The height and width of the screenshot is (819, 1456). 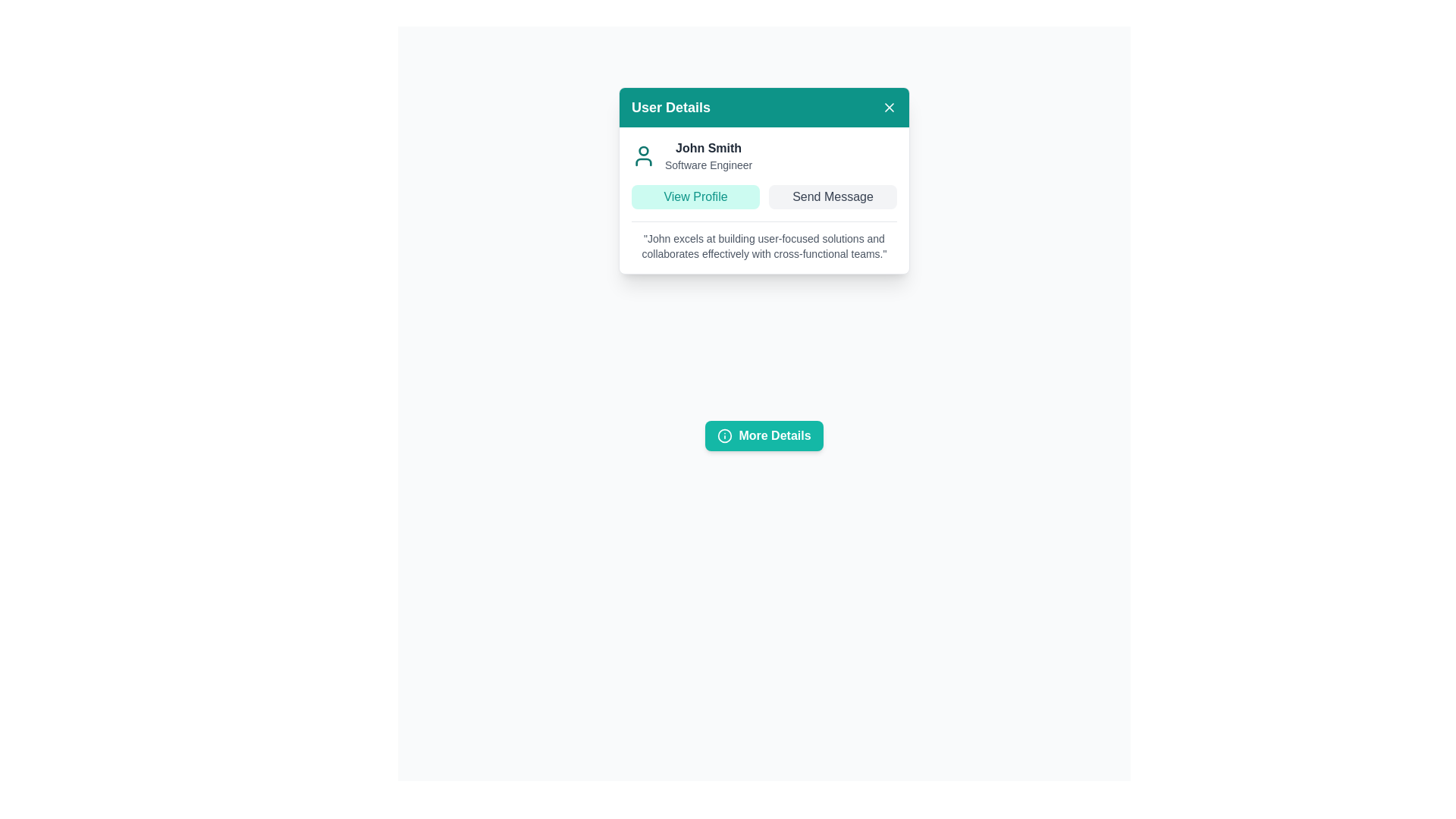 I want to click on the 'Send Message' button in the 'User Details' dialog box, which is rectangular with rounded corners and has dark gray text on a light gray background, so click(x=832, y=196).